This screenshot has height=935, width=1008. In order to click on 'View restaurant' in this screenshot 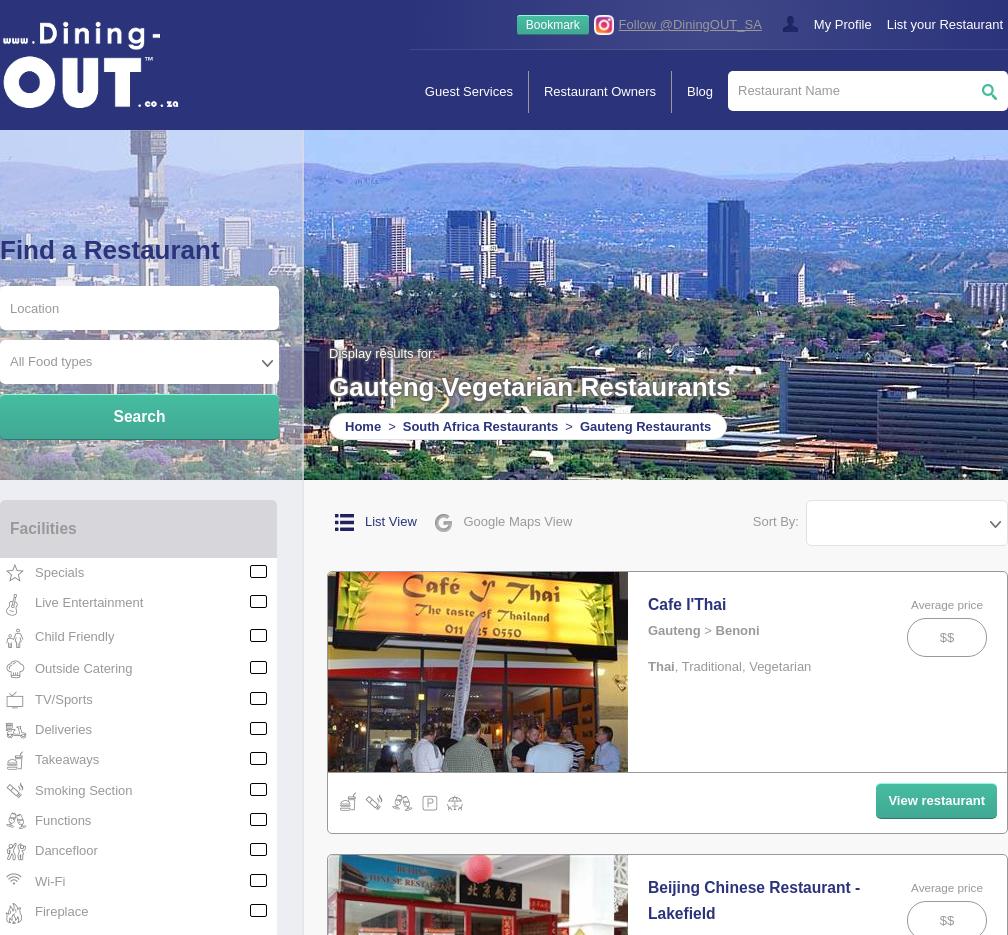, I will do `click(888, 799)`.